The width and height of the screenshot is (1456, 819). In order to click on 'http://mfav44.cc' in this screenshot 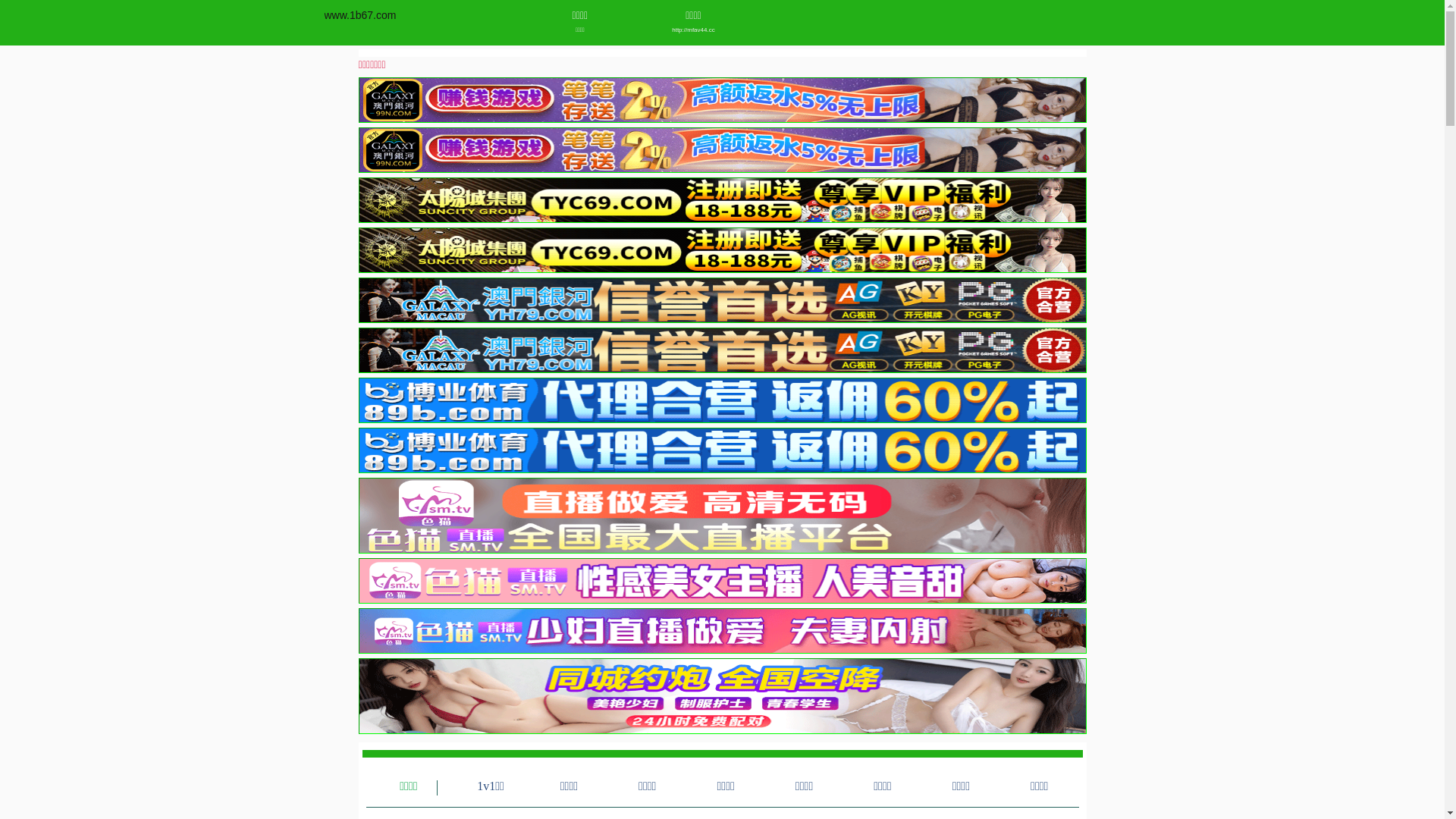, I will do `click(693, 30)`.